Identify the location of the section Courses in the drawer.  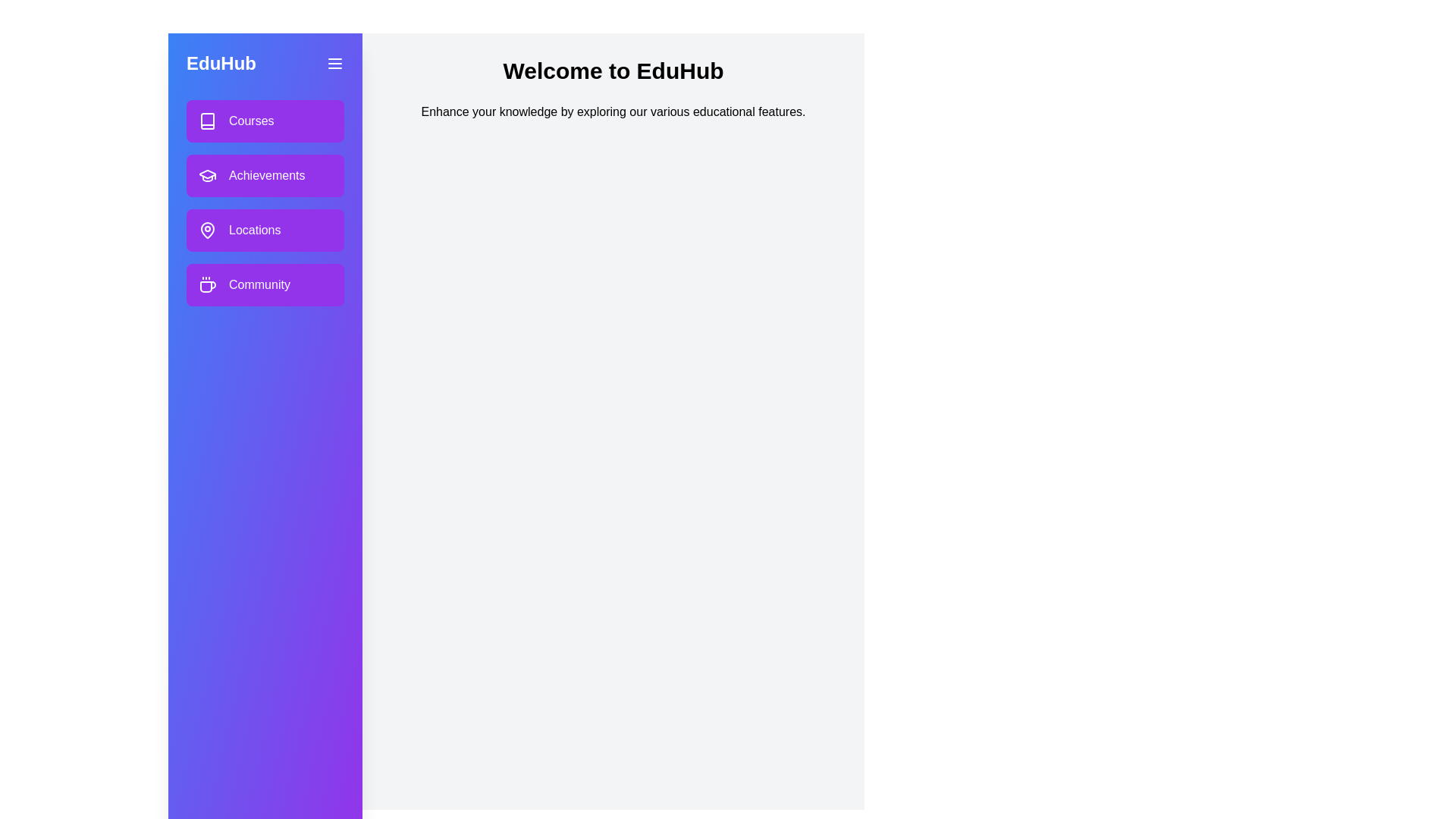
(265, 120).